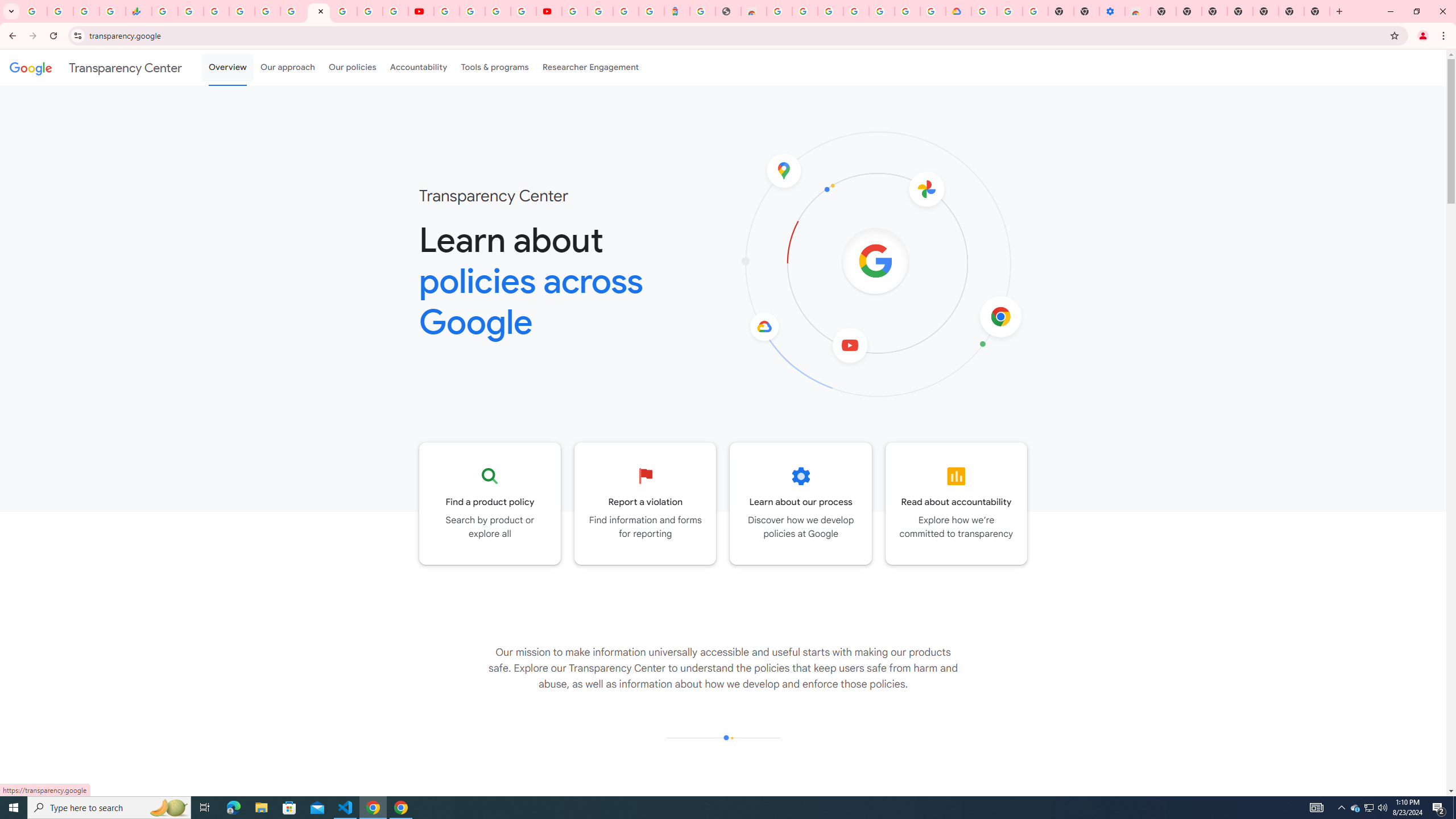 Image resolution: width=1456 pixels, height=819 pixels. What do you see at coordinates (1389, 11) in the screenshot?
I see `'Minimize'` at bounding box center [1389, 11].